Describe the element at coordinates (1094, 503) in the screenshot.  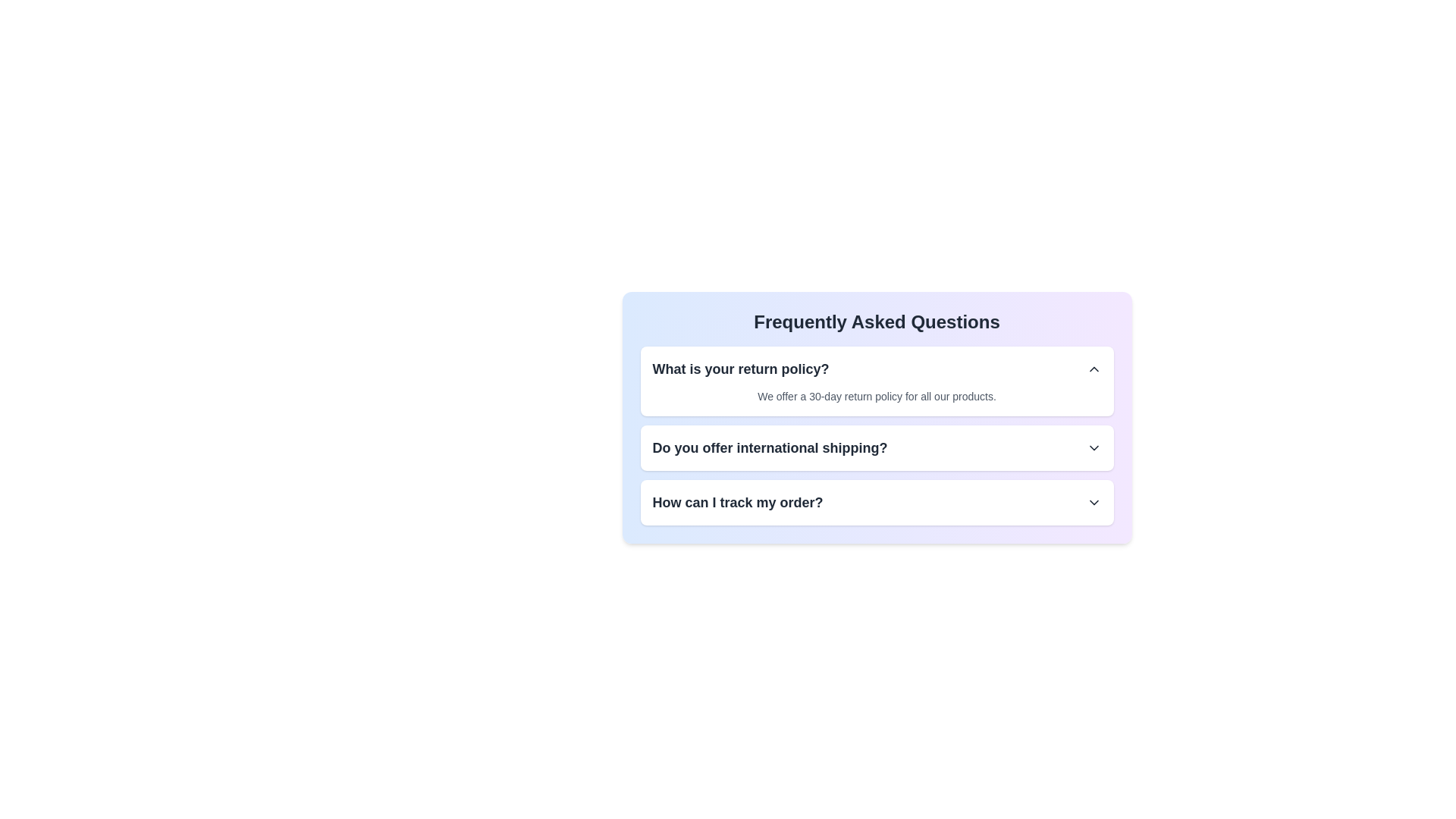
I see `the expand/collapse icon next to the FAQ with the question 'How can I track my order?'` at that location.